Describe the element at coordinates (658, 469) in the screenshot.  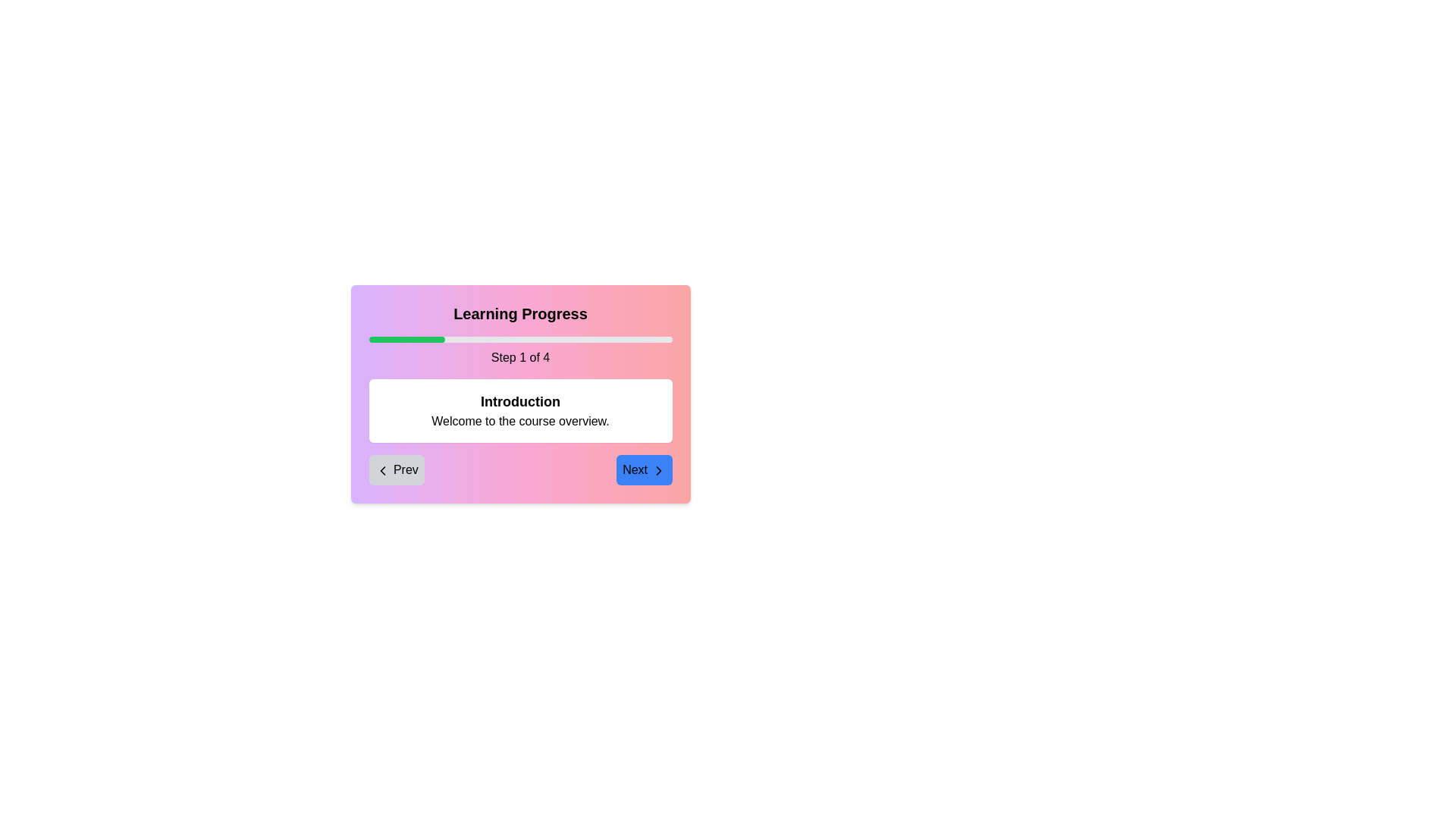
I see `the 'Next' button which contains the arrow-shaped icon indicating a forward action, located at the lower right corner of the card-like widget` at that location.